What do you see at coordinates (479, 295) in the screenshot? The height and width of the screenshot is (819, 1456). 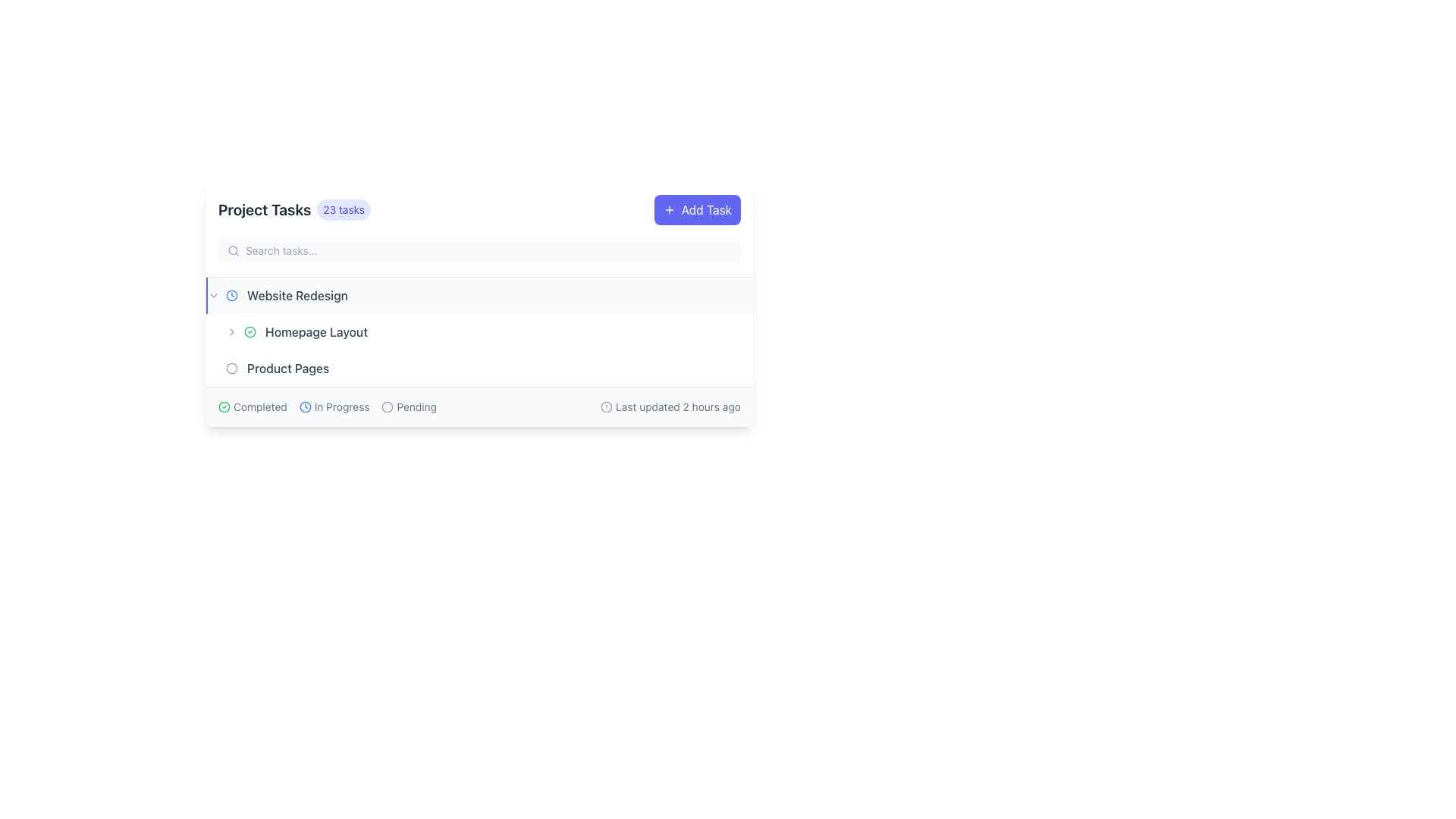 I see `the task entry block for 'Website Redesign'` at bounding box center [479, 295].